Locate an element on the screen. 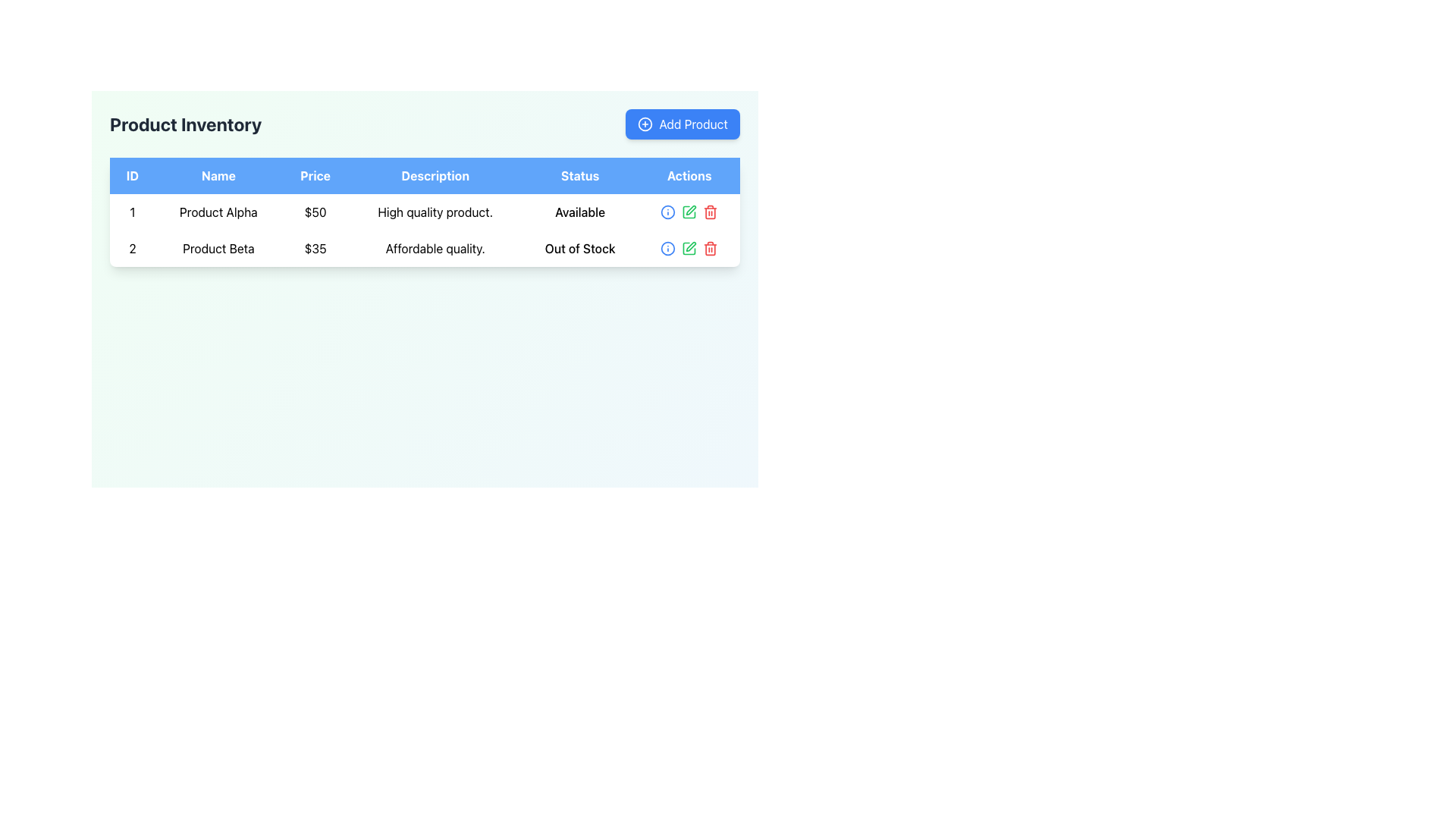 The width and height of the screenshot is (1456, 819). the text label displaying 'Actions' in white color within a blue rectangular background, located in the header row of a table as the last column after 'Status' is located at coordinates (689, 174).